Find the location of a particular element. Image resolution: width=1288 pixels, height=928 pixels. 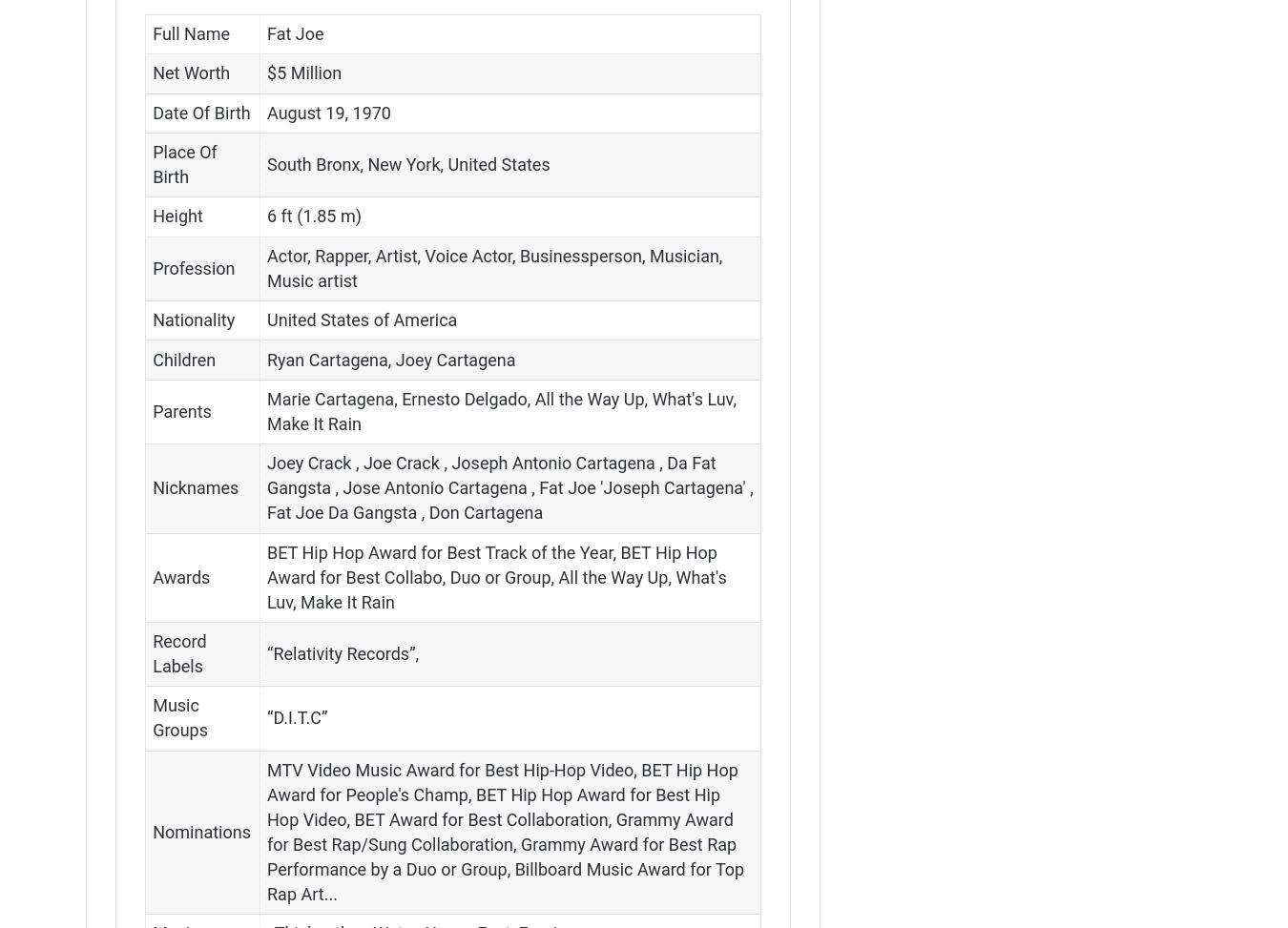

'Nicknames' is located at coordinates (152, 486).